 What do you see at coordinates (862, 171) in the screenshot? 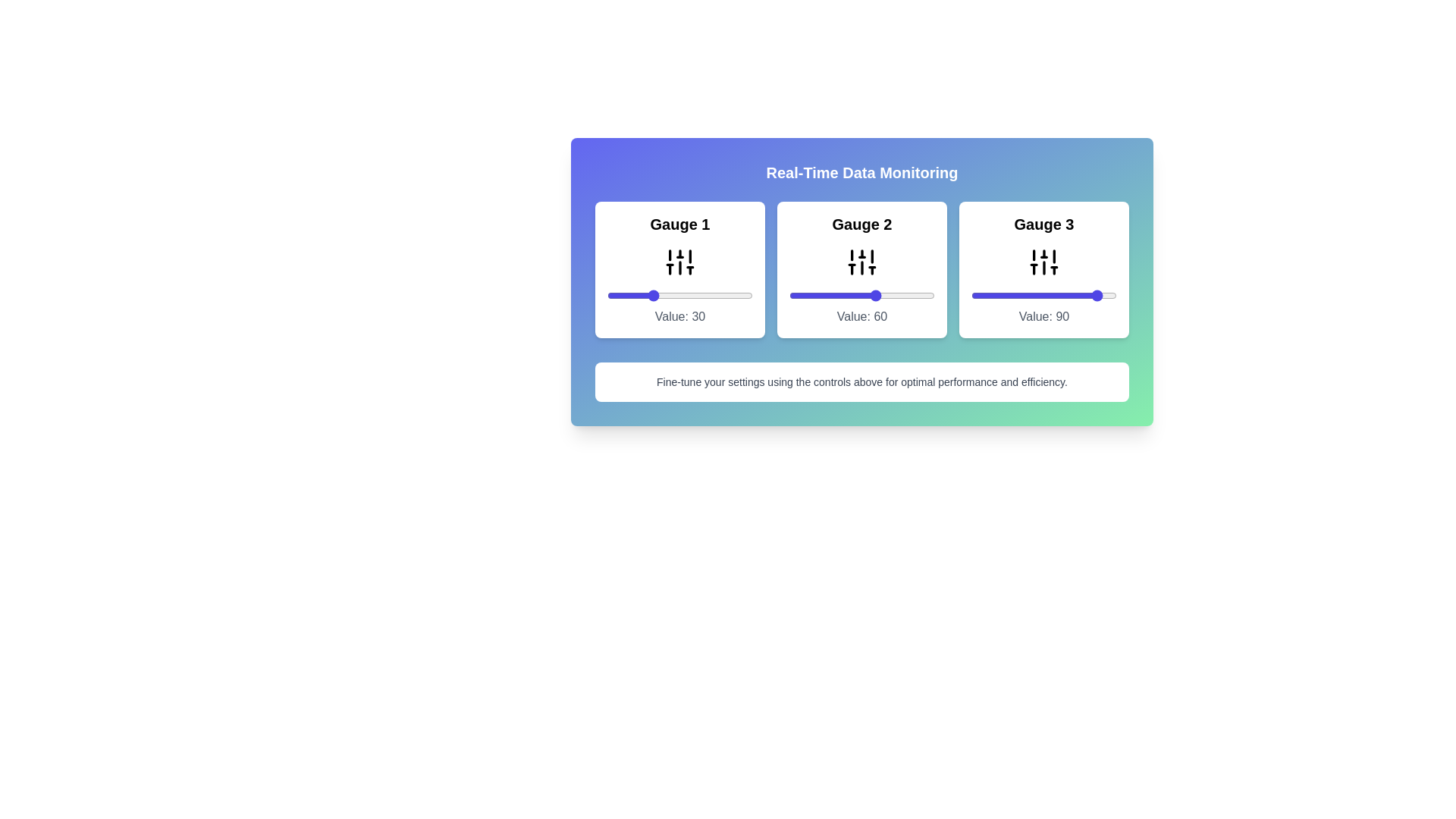
I see `the bold, centered header displaying 'Real-Time Data Monitoring' in white, located at the top section of the interface` at bounding box center [862, 171].